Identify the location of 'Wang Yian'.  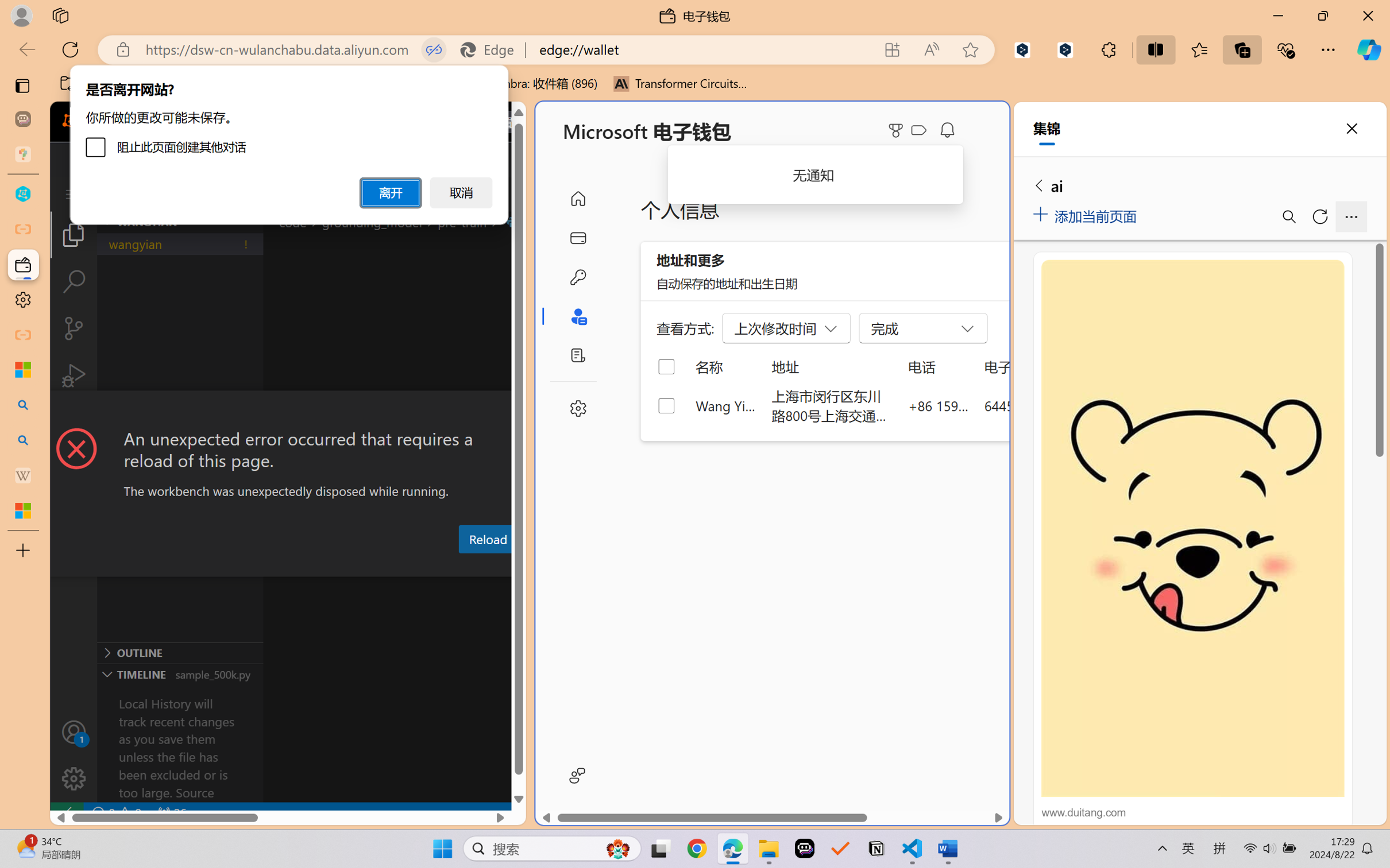
(725, 405).